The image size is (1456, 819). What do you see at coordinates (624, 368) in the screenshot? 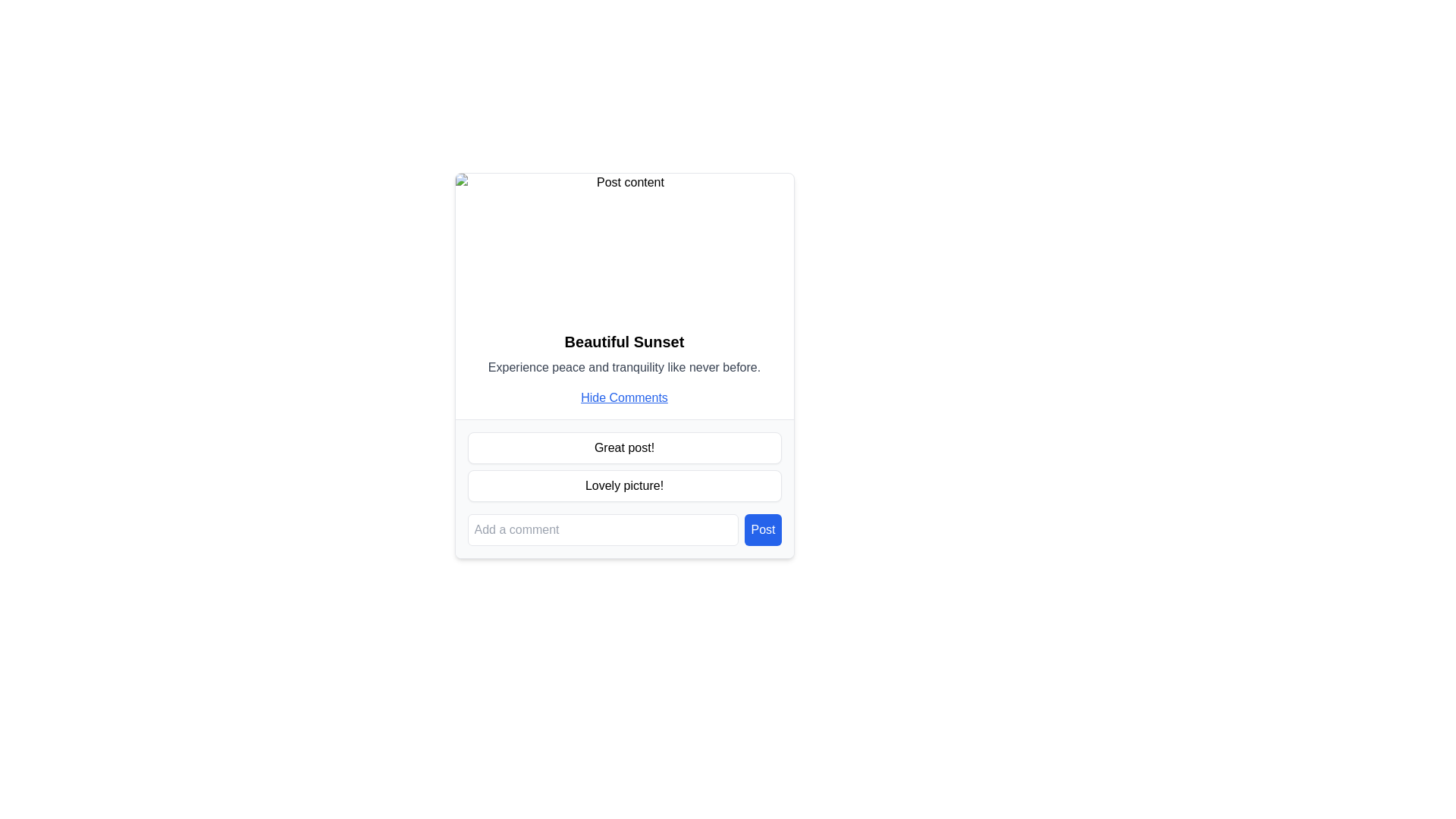
I see `descriptive text element located below the heading 'Beautiful Sunset' and above the hyperlink 'Hide Comments' to understand its meaning` at bounding box center [624, 368].